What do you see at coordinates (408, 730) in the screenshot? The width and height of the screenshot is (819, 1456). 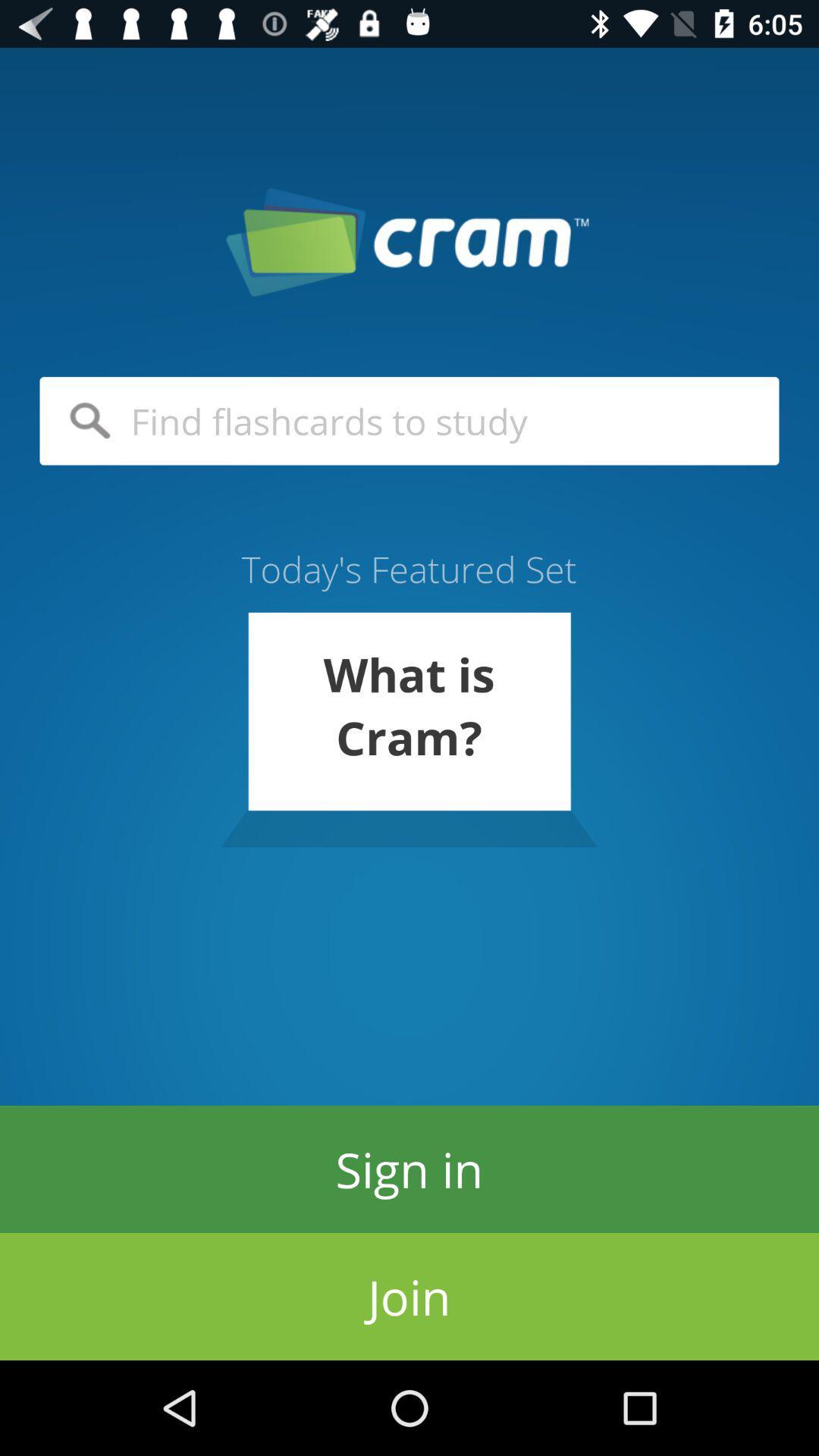 I see `icon above the sign in` at bounding box center [408, 730].